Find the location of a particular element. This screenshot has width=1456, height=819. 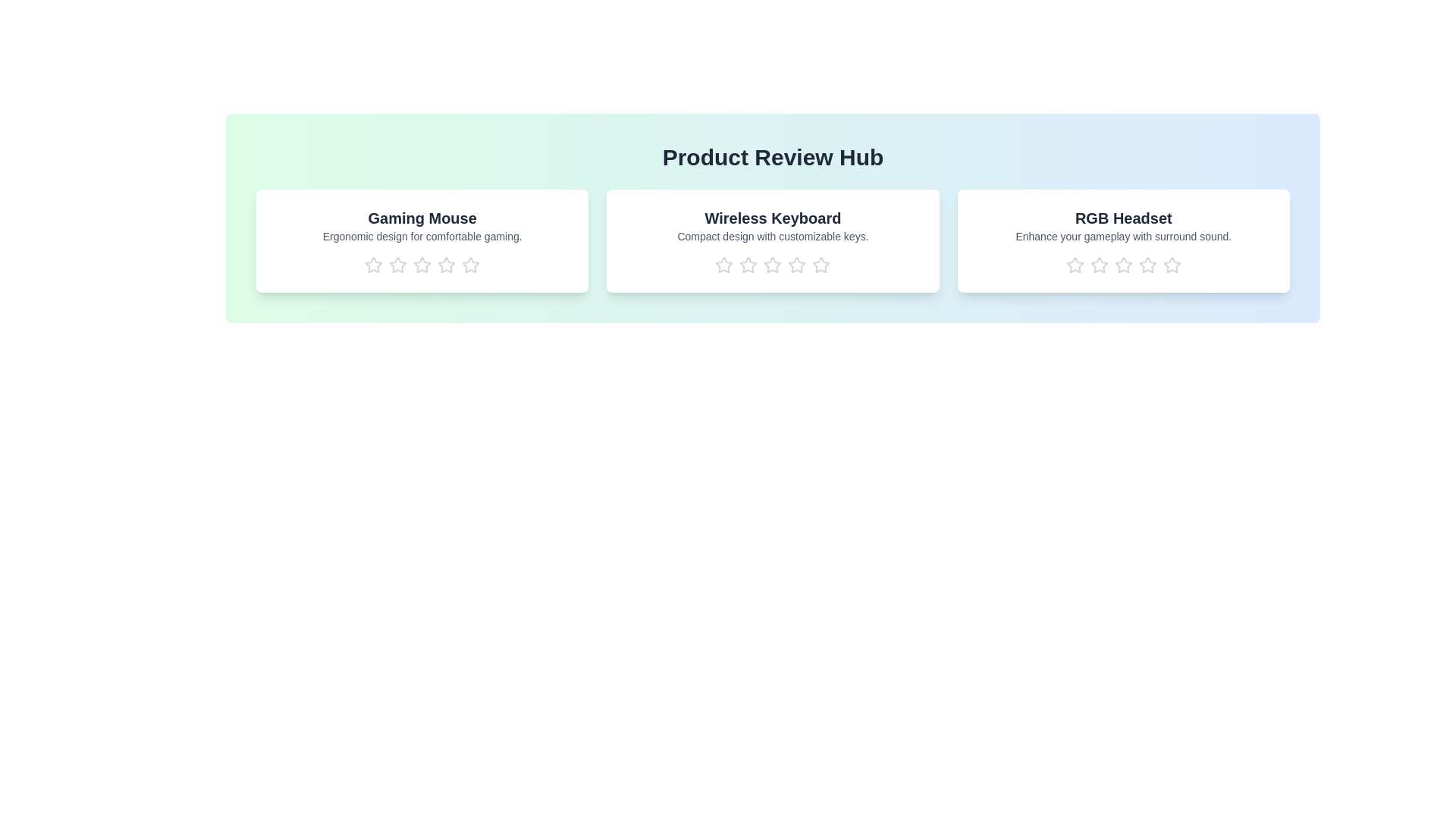

the rating for a product to 2 stars is located at coordinates (397, 265).